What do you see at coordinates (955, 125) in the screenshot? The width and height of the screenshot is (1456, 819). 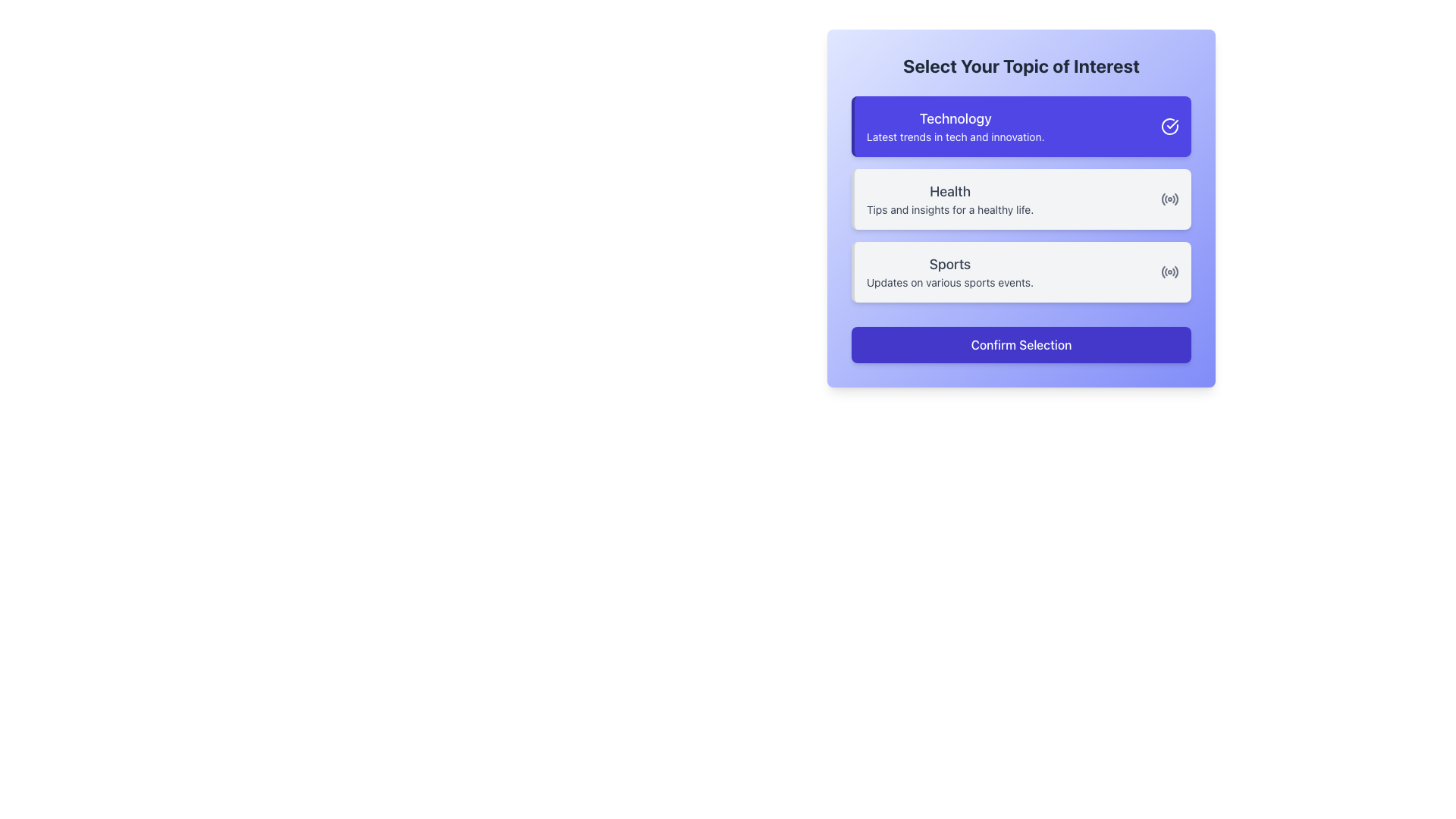 I see `the text content of the Text Block element displaying 'Technology' and 'Latest trends in tech and innovation.'` at bounding box center [955, 125].